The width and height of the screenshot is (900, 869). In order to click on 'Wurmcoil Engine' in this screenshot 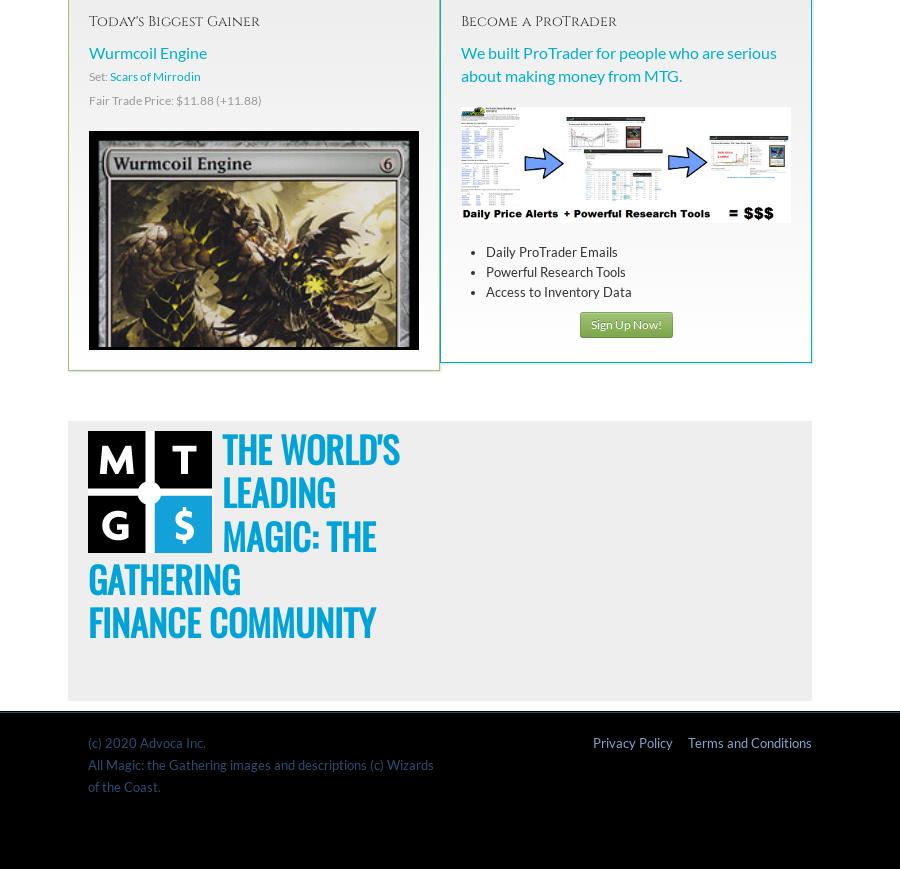, I will do `click(147, 50)`.